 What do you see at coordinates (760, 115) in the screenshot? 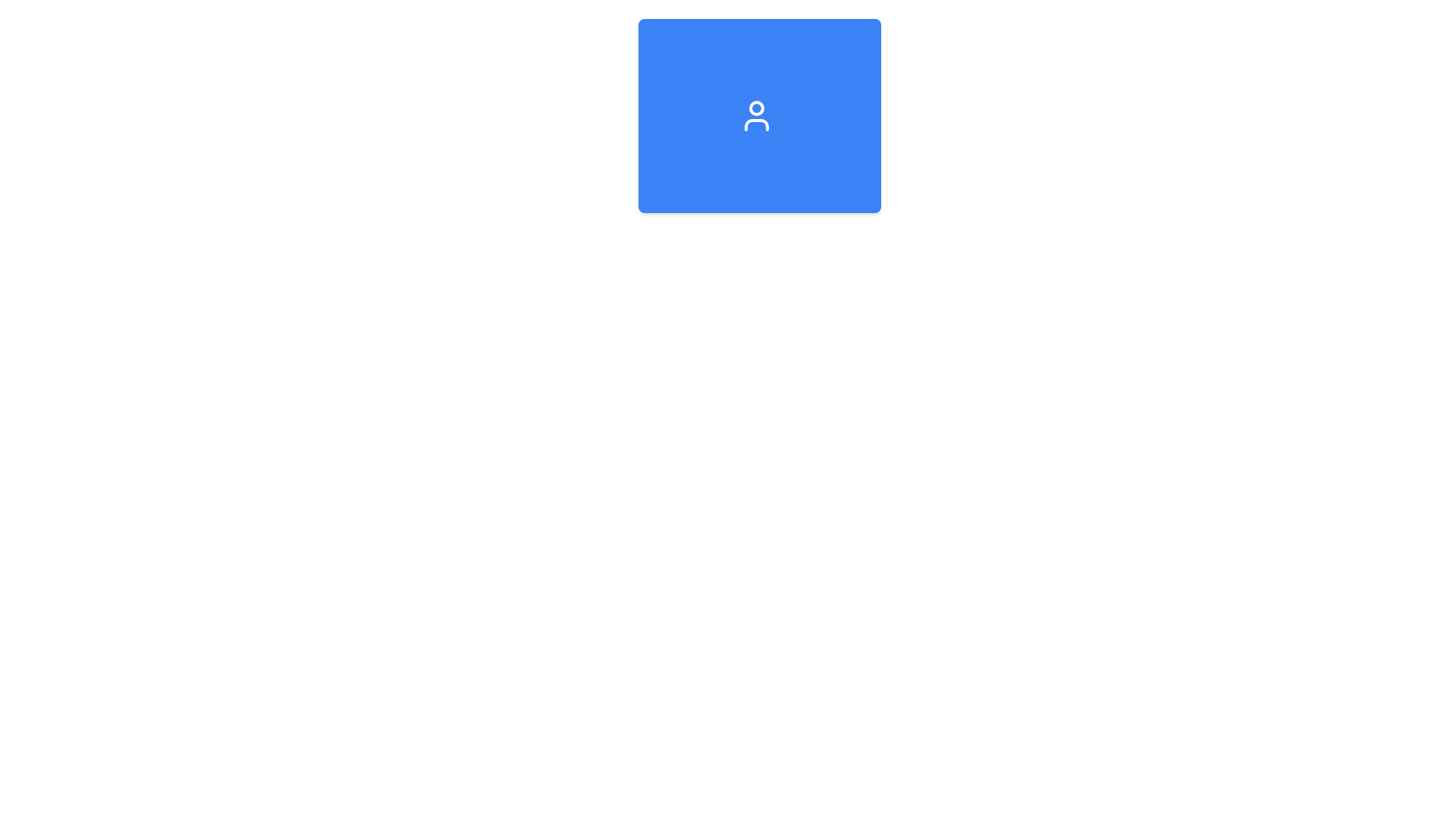
I see `the Clickable widget with a blue background and a white person icon` at bounding box center [760, 115].